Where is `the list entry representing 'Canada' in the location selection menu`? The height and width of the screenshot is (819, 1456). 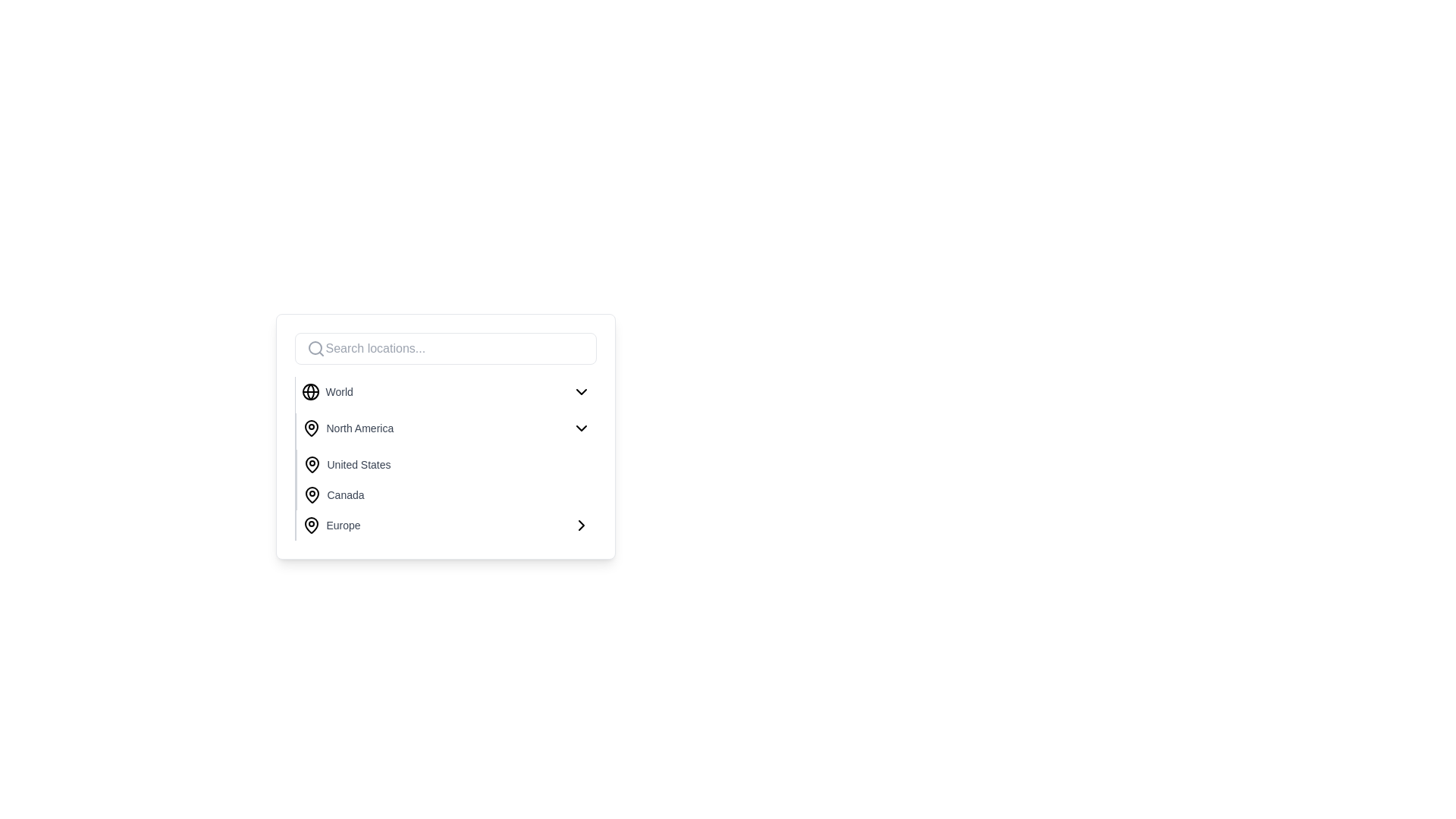 the list entry representing 'Canada' in the location selection menu is located at coordinates (445, 494).